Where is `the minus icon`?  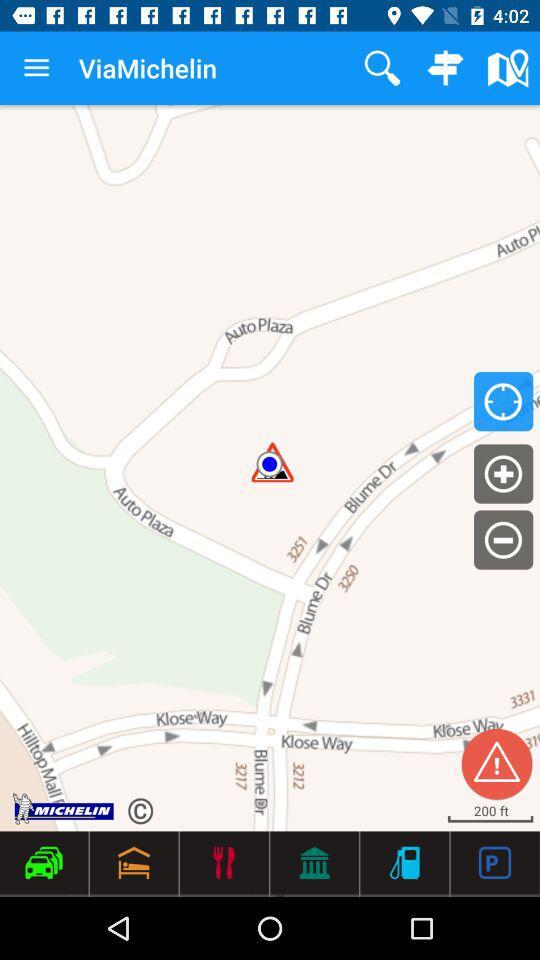 the minus icon is located at coordinates (502, 538).